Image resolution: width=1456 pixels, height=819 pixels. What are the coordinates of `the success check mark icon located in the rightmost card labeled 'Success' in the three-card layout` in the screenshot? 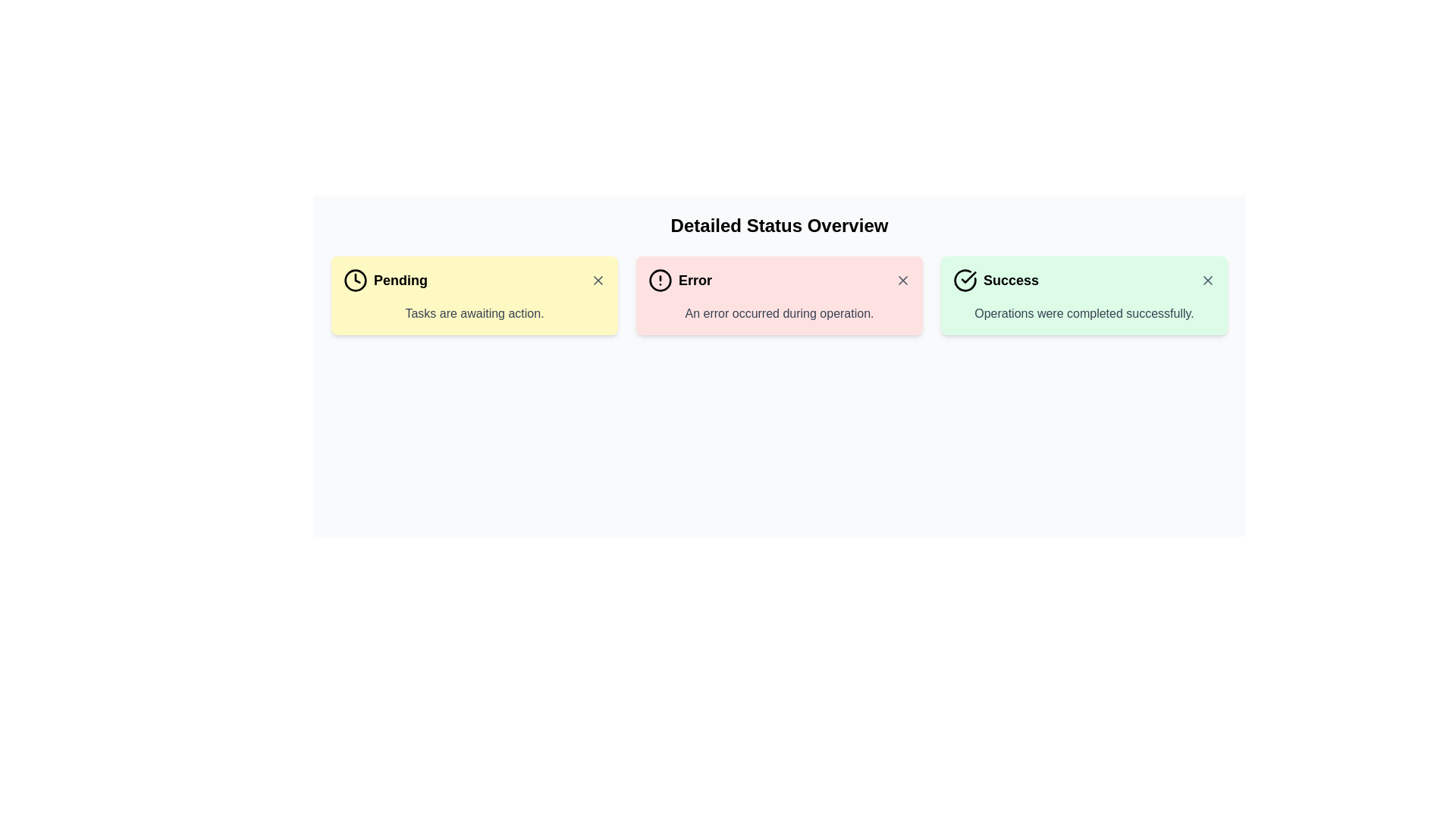 It's located at (968, 278).